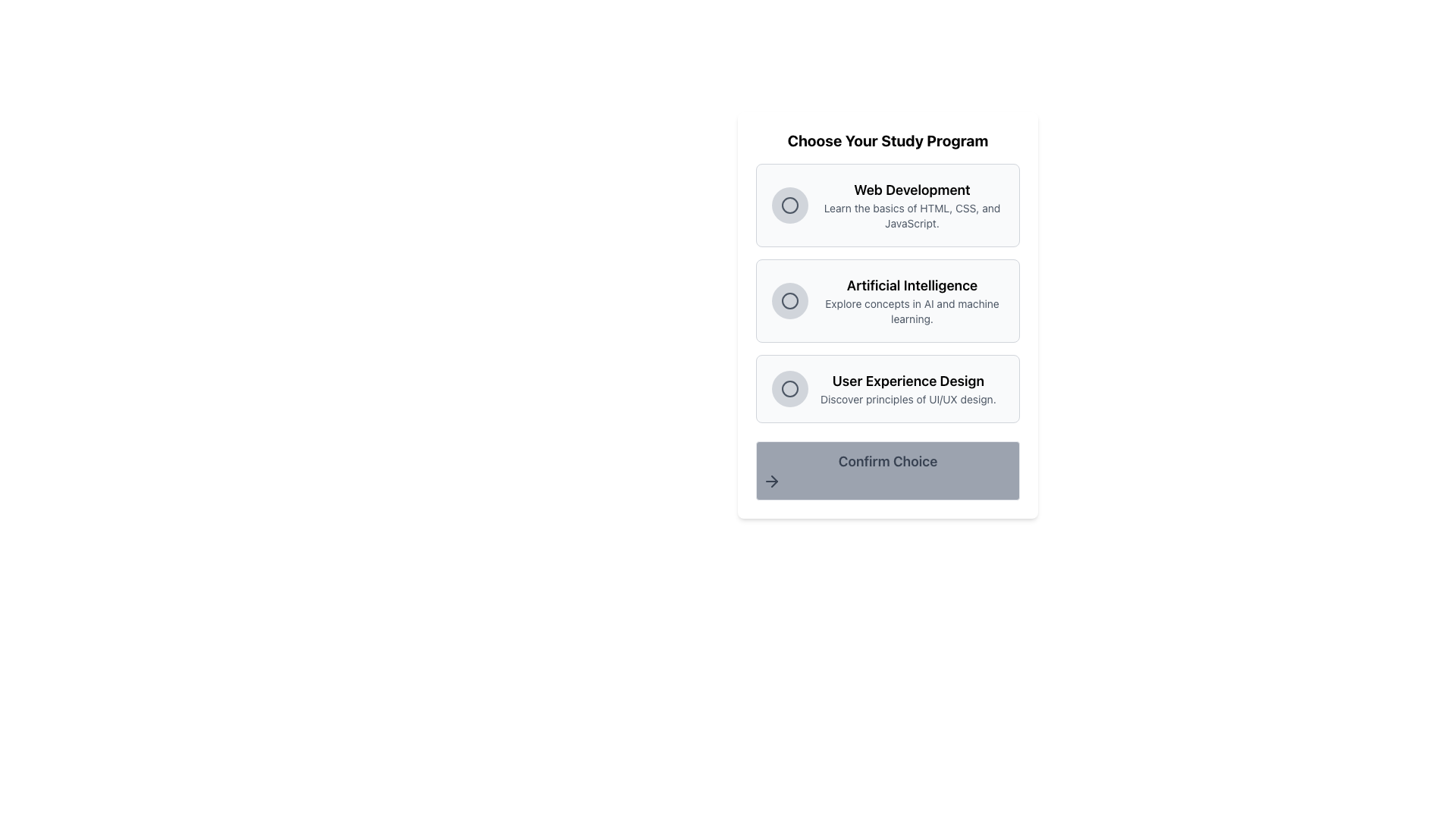 This screenshot has height=819, width=1456. What do you see at coordinates (789, 205) in the screenshot?
I see `the circular radio button associated with 'Web Development'` at bounding box center [789, 205].